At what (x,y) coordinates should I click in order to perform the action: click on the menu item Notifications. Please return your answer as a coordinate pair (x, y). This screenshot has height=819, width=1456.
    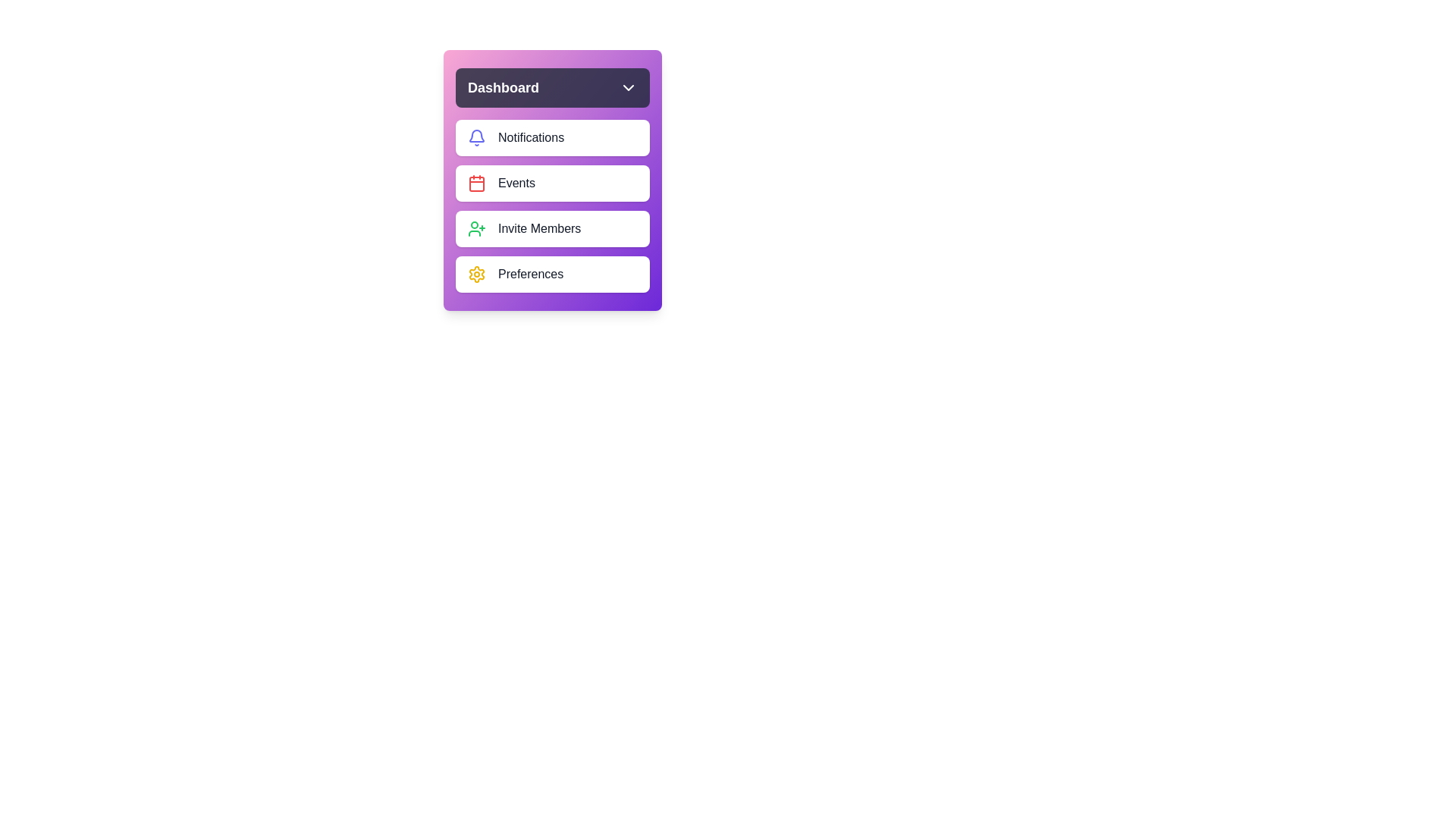
    Looking at the image, I should click on (552, 137).